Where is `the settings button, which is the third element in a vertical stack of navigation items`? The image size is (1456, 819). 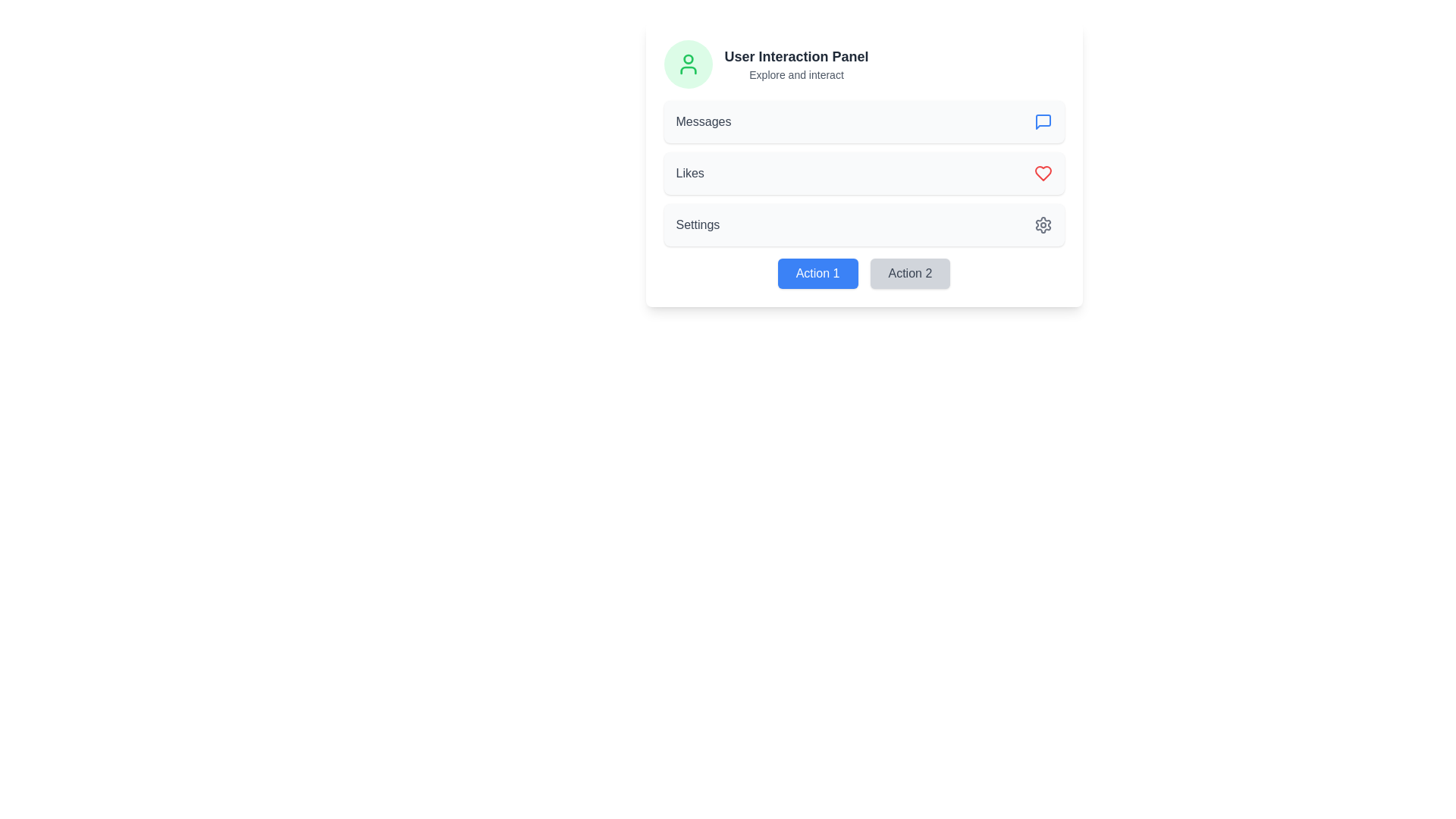
the settings button, which is the third element in a vertical stack of navigation items is located at coordinates (864, 225).